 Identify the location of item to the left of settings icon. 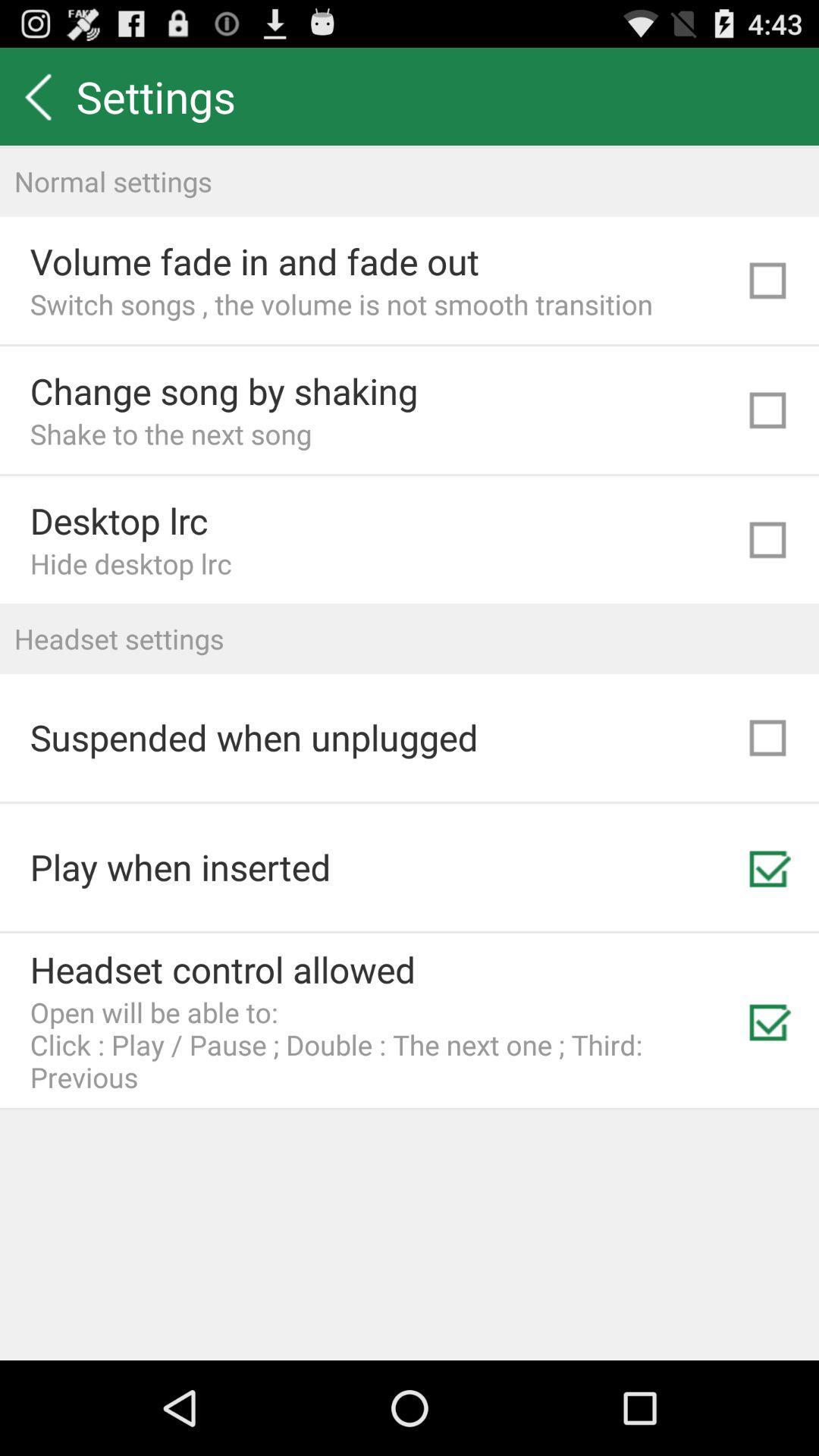
(37, 96).